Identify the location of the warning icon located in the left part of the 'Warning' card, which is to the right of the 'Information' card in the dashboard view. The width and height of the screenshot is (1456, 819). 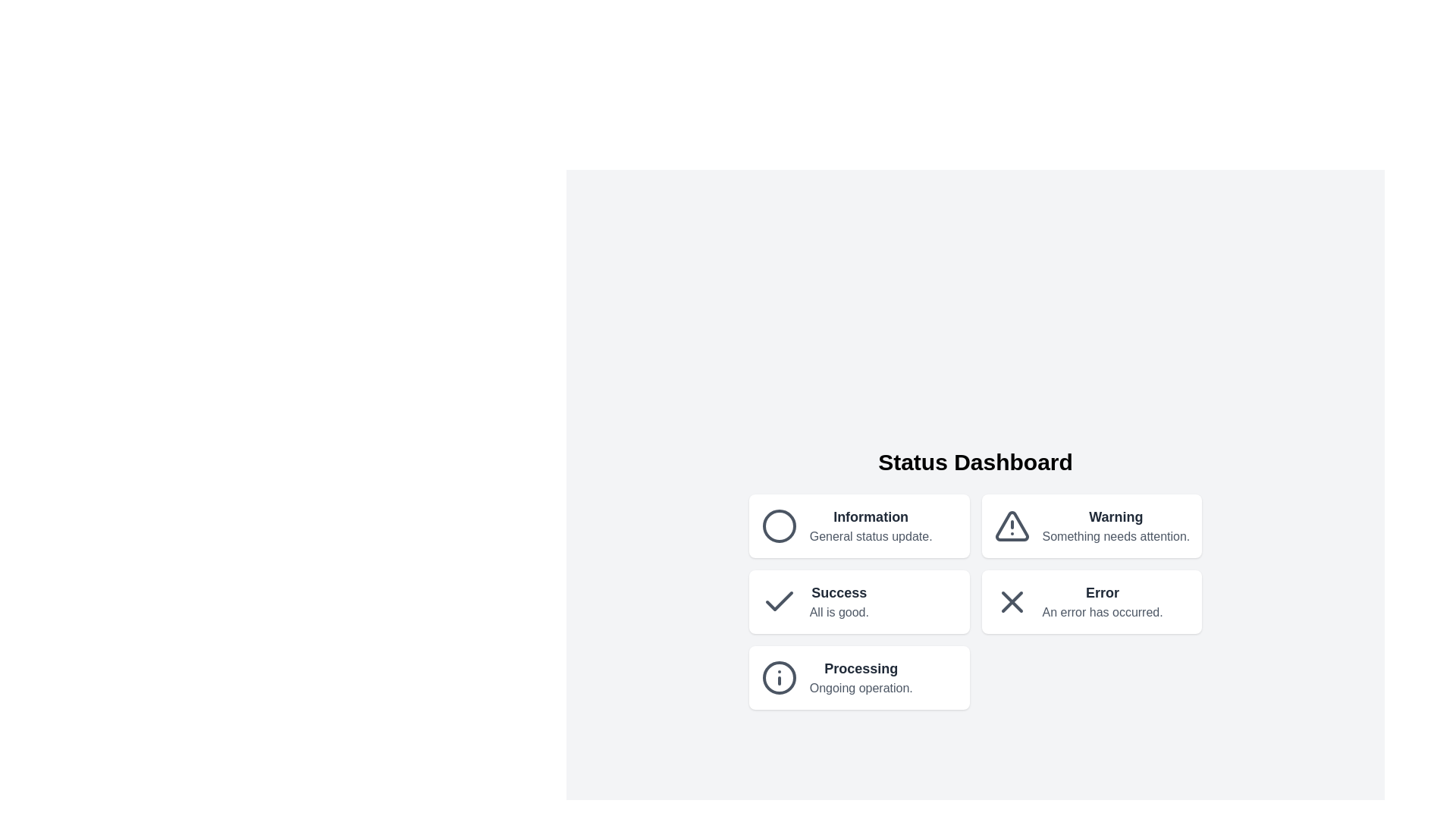
(1012, 526).